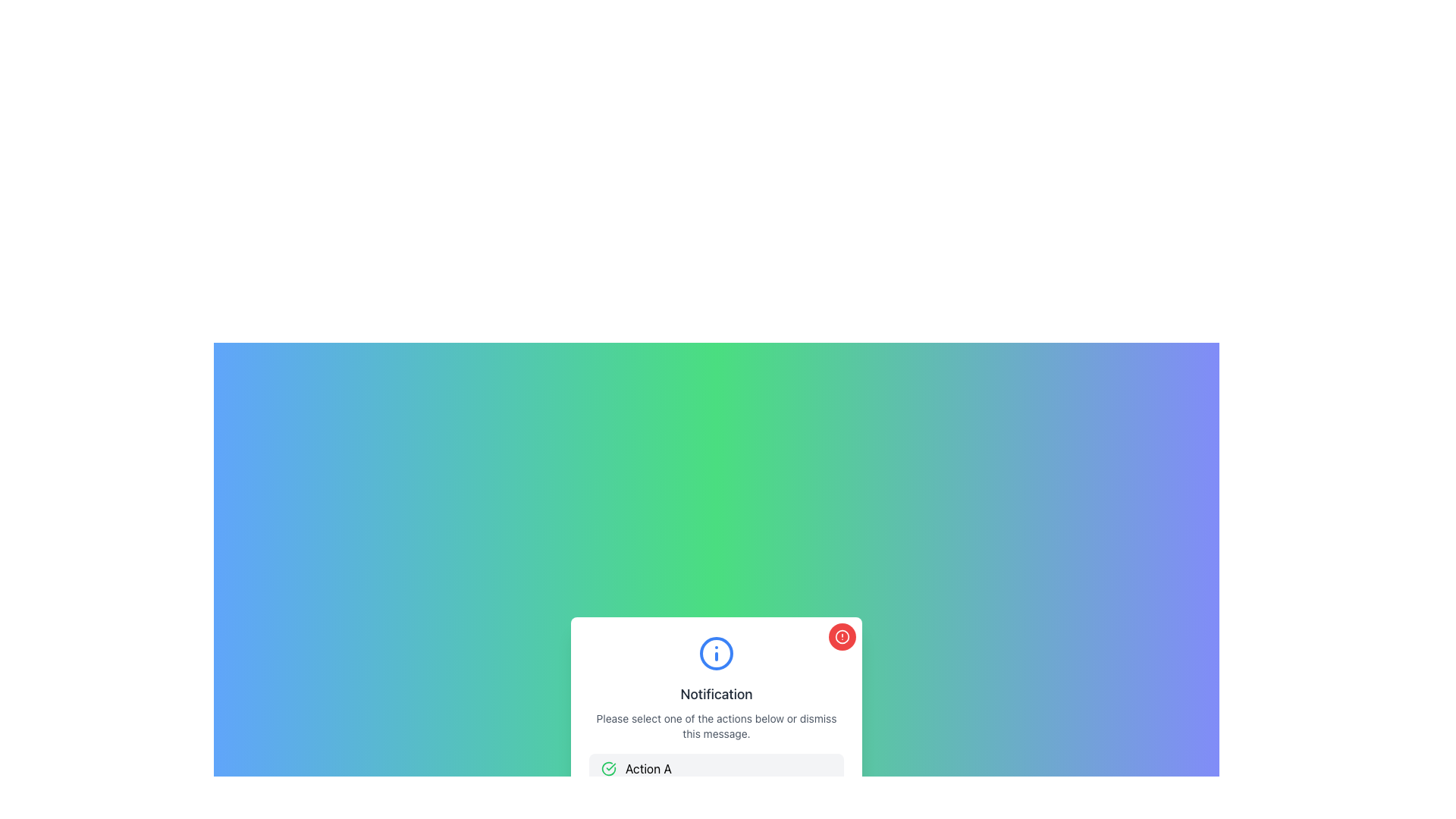  I want to click on the instructional text located at the bottom of the centered notification box, directly below the heading 'Notification', so click(716, 725).